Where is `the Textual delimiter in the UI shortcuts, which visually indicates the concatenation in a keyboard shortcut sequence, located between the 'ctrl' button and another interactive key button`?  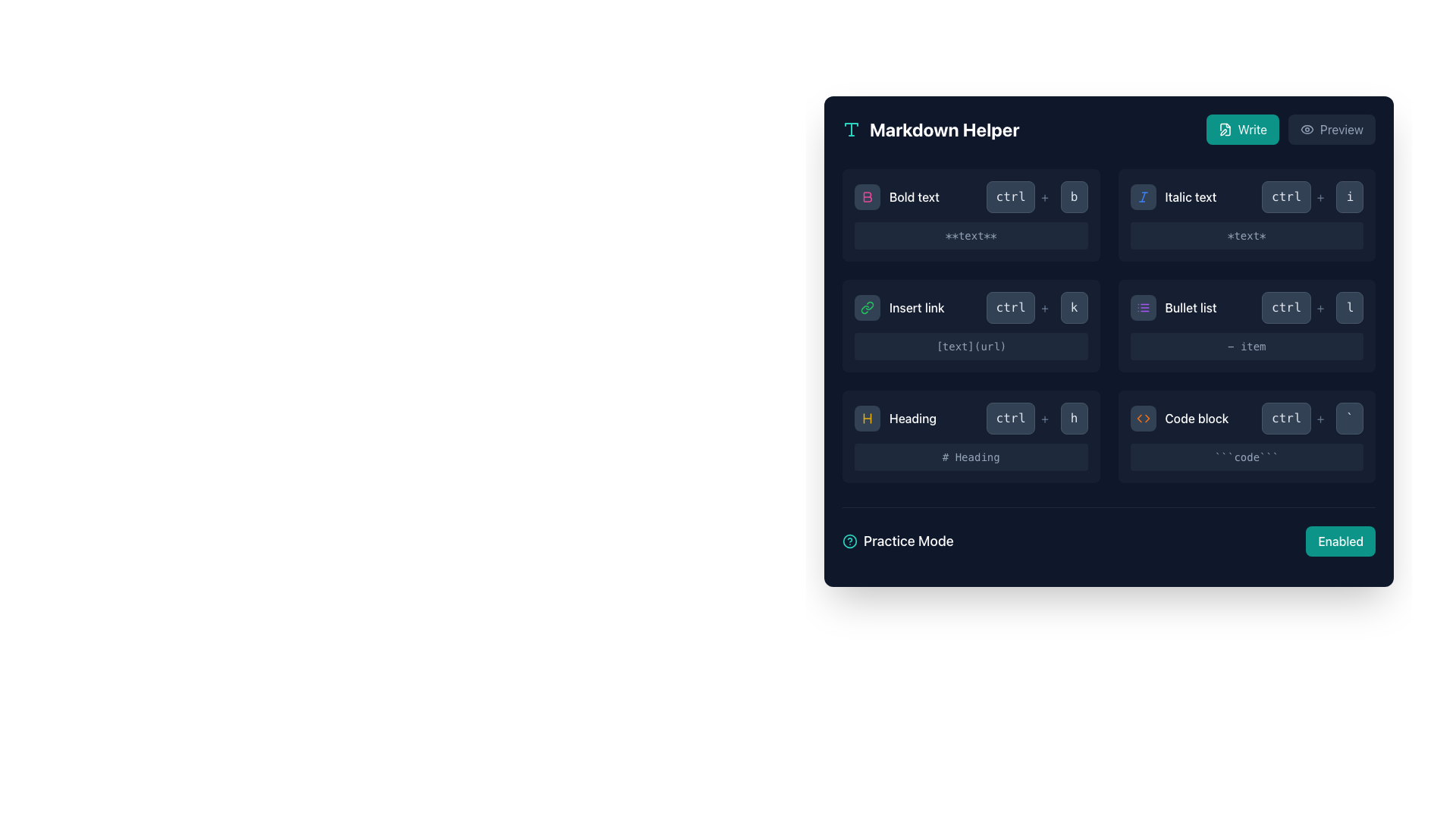
the Textual delimiter in the UI shortcuts, which visually indicates the concatenation in a keyboard shortcut sequence, located between the 'ctrl' button and another interactive key button is located at coordinates (1043, 307).